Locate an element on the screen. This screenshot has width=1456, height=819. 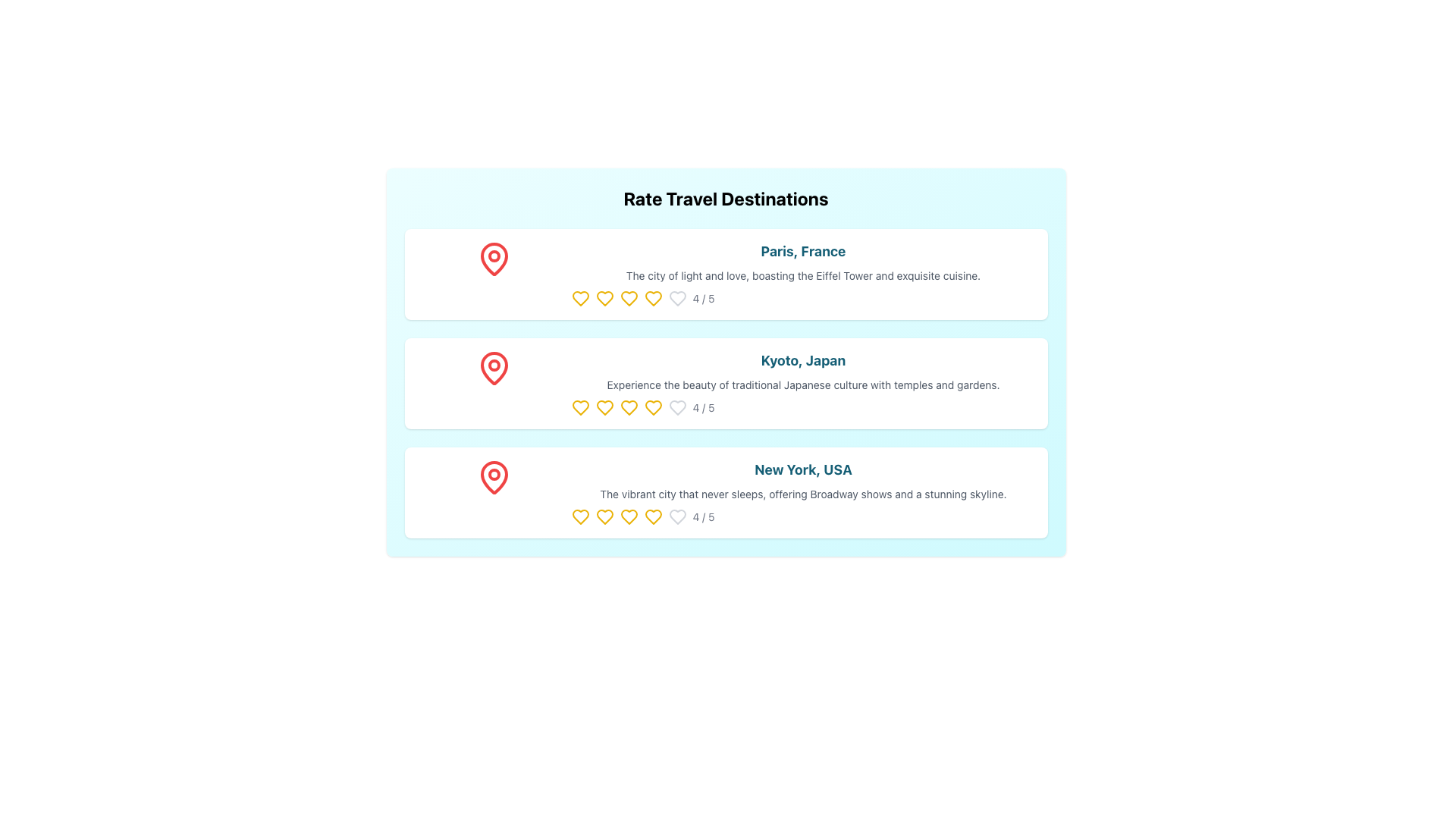
the heart-shaped icon with a solid yellow filling located in the third row of the travel destination list, specifically the second icon from the left in the rating section is located at coordinates (604, 516).